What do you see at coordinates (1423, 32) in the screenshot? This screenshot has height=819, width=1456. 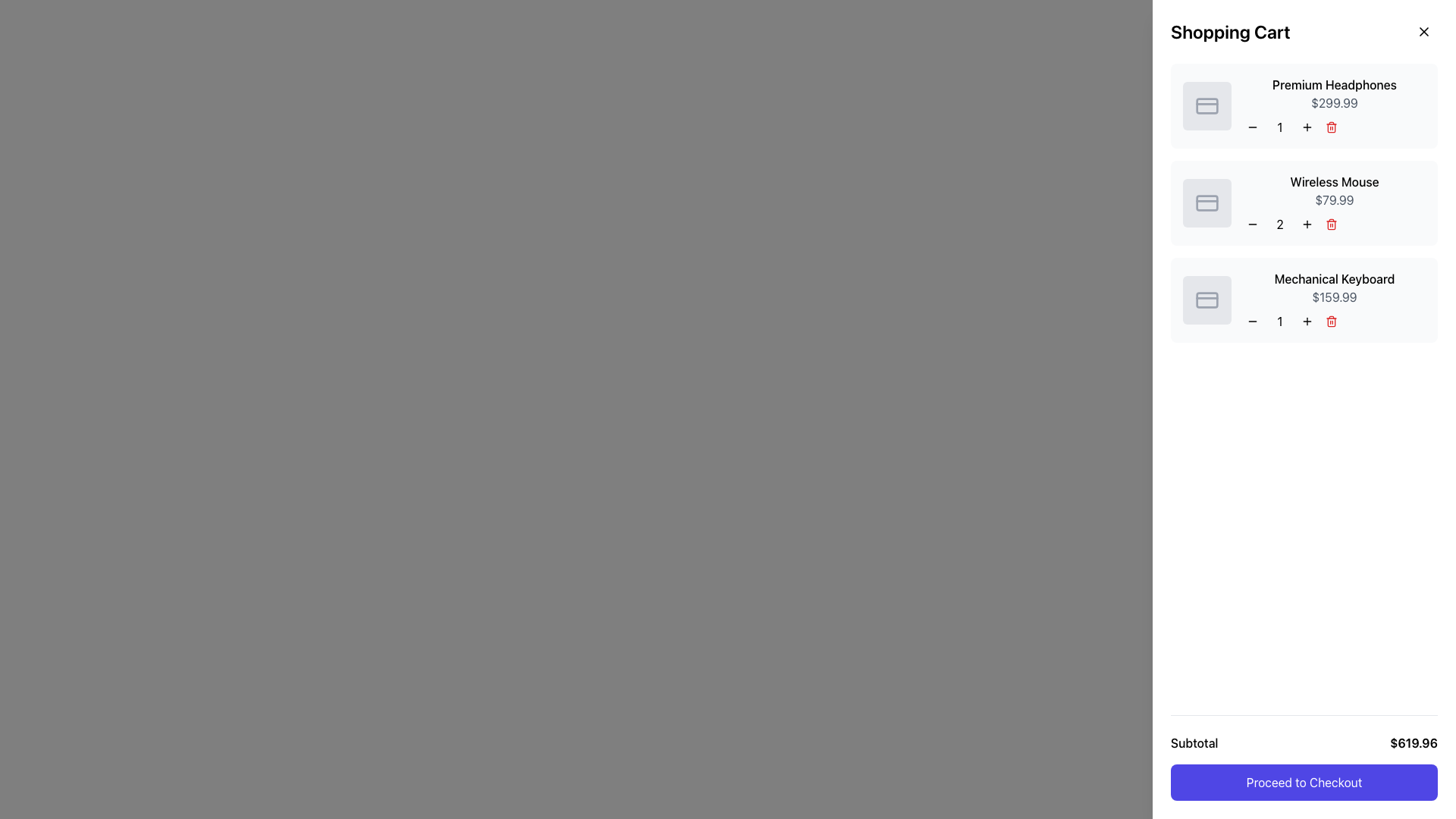 I see `the Close button icon located at the top-right corner of the shopping cart interface, near the title 'Shopping Cart'` at bounding box center [1423, 32].